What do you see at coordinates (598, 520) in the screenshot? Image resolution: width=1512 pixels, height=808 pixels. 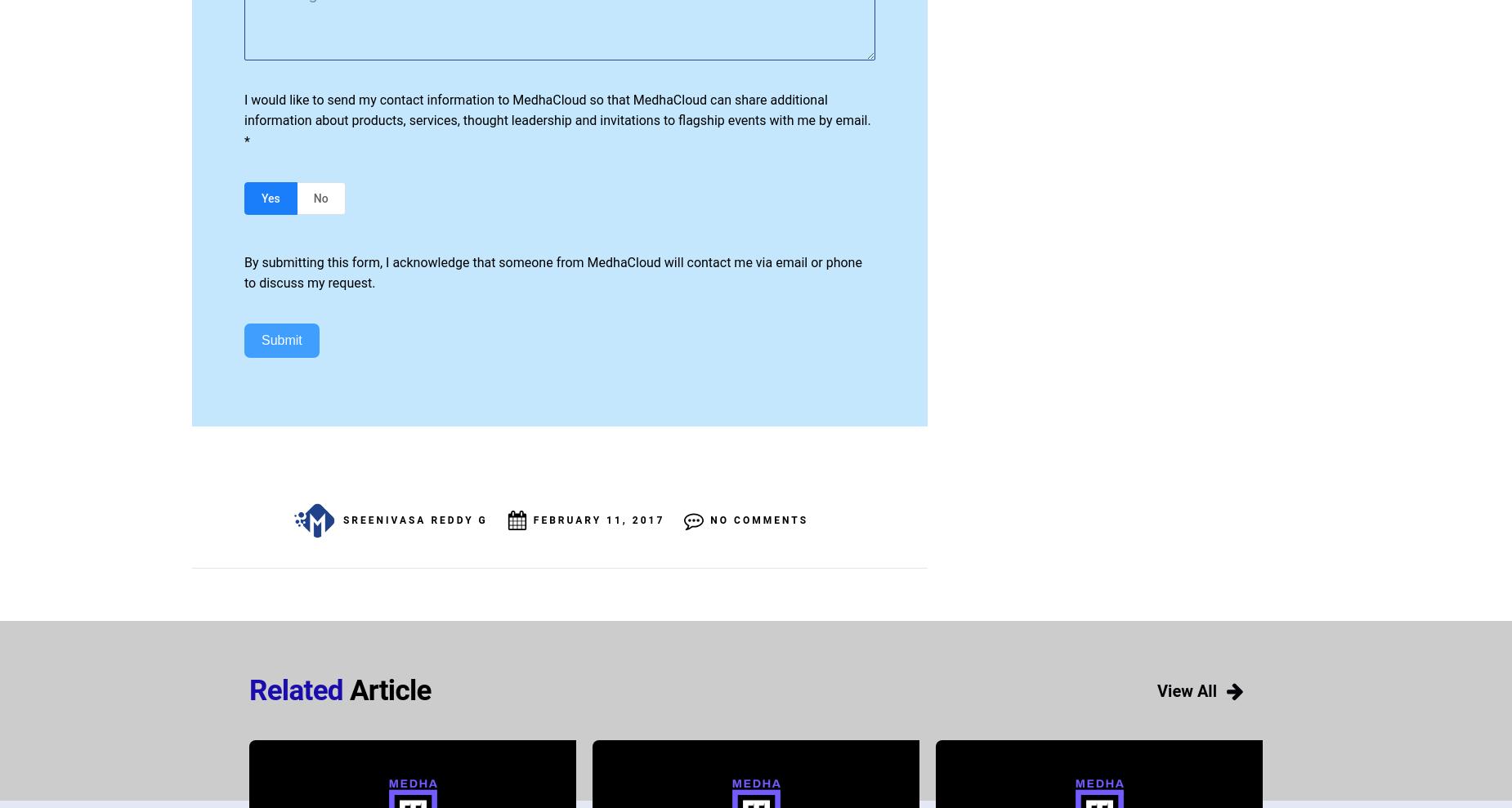 I see `'February 11, 2017'` at bounding box center [598, 520].